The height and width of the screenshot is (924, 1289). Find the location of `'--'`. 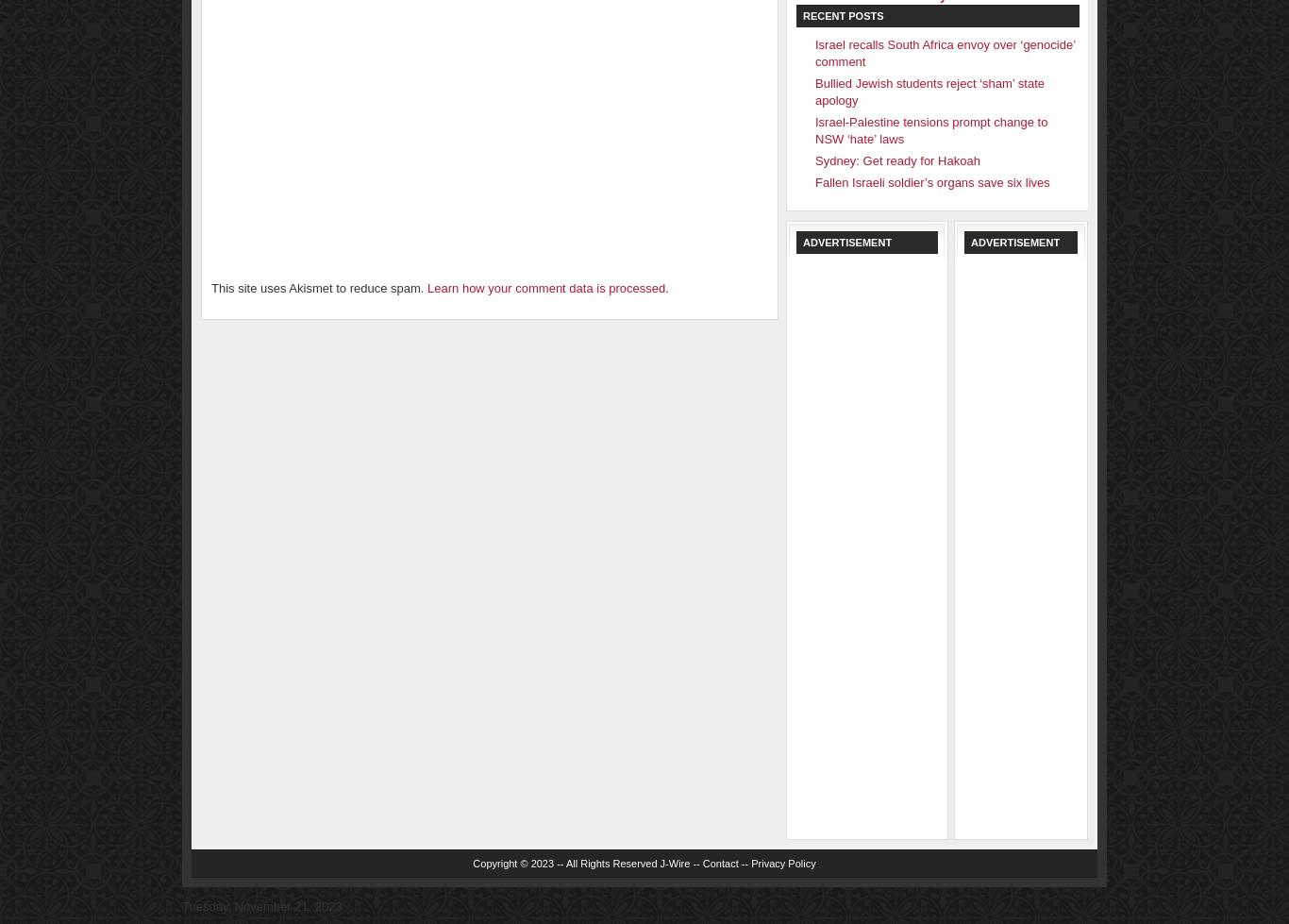

'--' is located at coordinates (745, 862).